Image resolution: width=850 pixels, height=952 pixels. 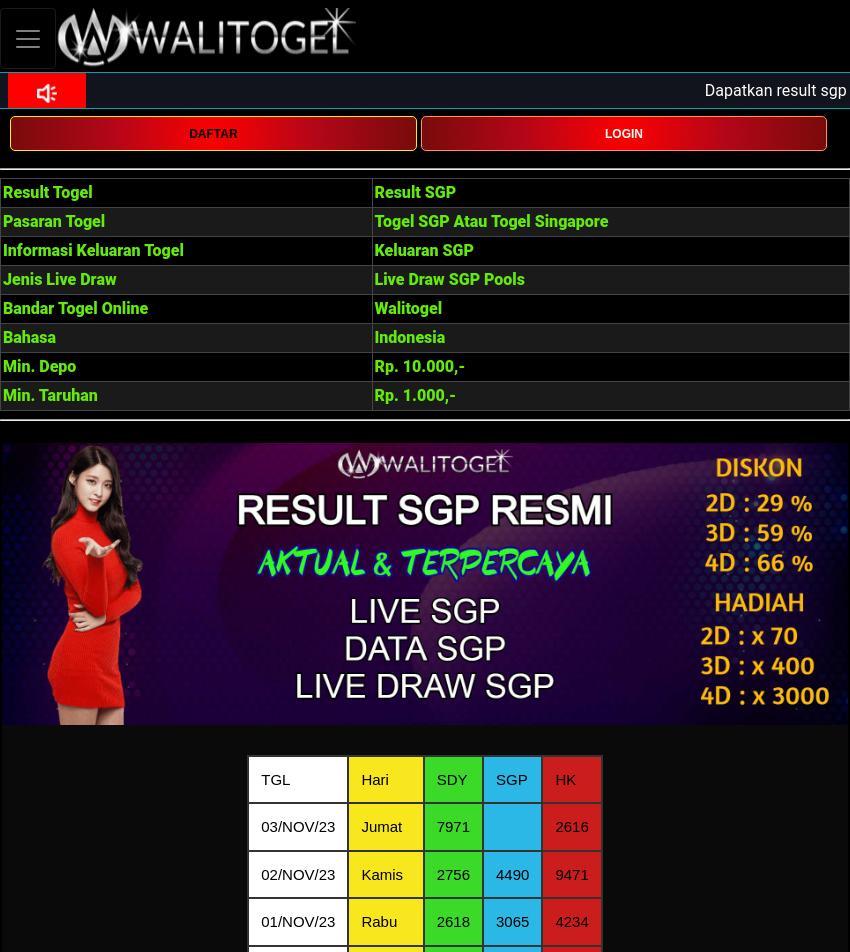 What do you see at coordinates (373, 279) in the screenshot?
I see `'Live Draw SGP Pools'` at bounding box center [373, 279].